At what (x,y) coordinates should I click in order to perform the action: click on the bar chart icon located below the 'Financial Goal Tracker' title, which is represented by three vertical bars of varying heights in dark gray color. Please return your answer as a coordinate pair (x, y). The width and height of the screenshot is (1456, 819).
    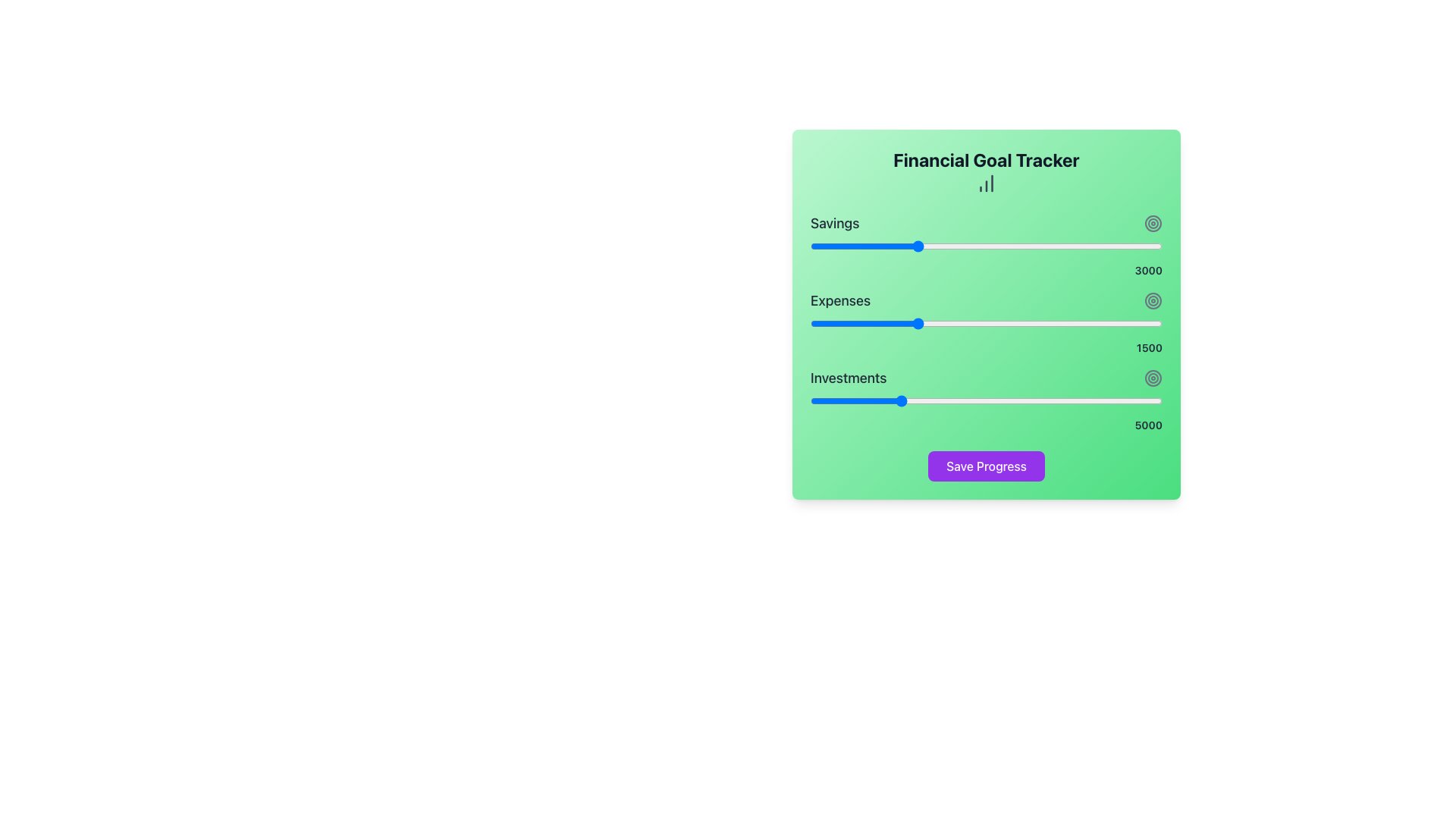
    Looking at the image, I should click on (986, 183).